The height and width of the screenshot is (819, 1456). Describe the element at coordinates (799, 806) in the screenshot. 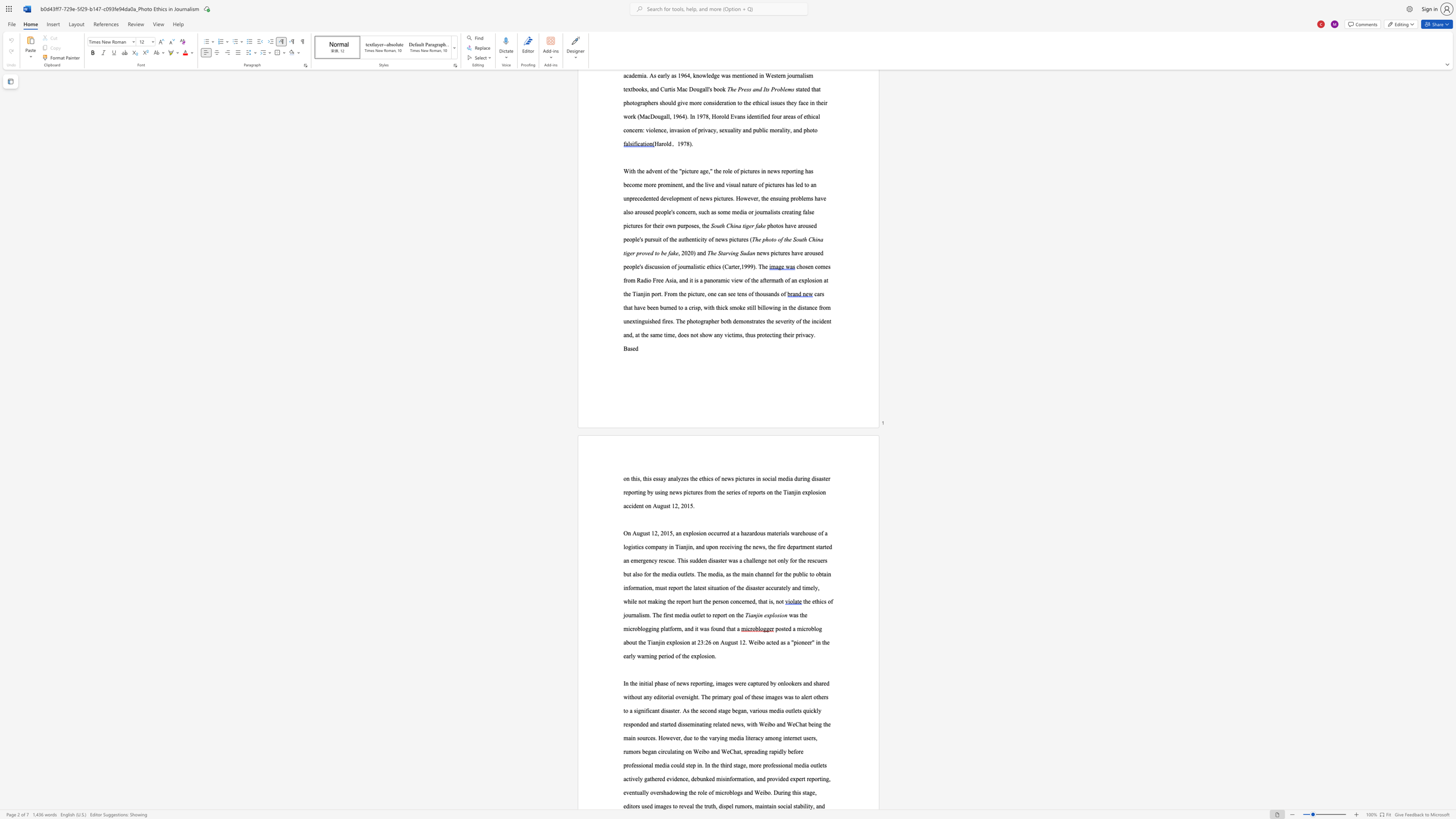

I see `the 2th character "a" in the text` at that location.